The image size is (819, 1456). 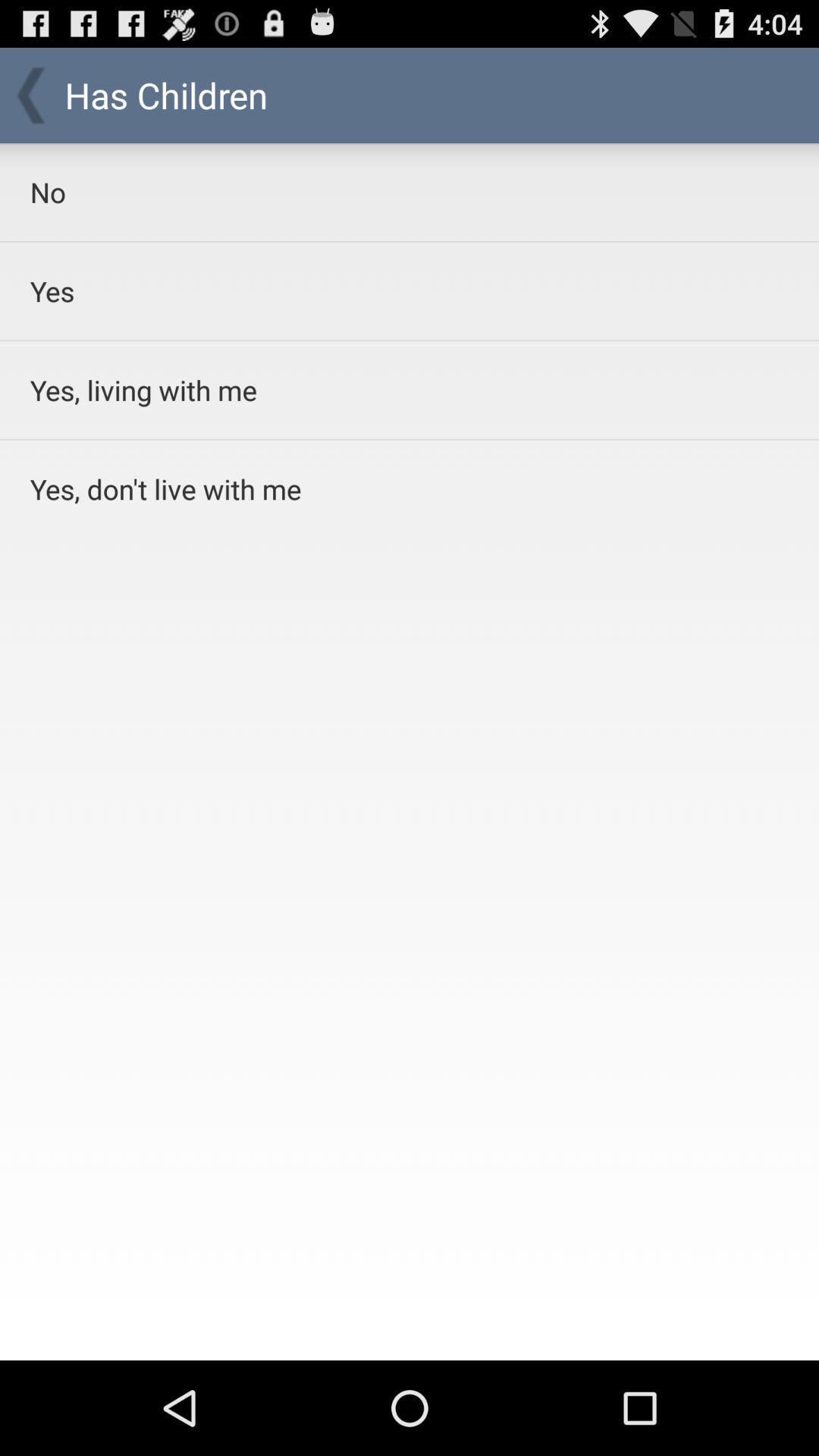 What do you see at coordinates (371, 191) in the screenshot?
I see `the no icon` at bounding box center [371, 191].